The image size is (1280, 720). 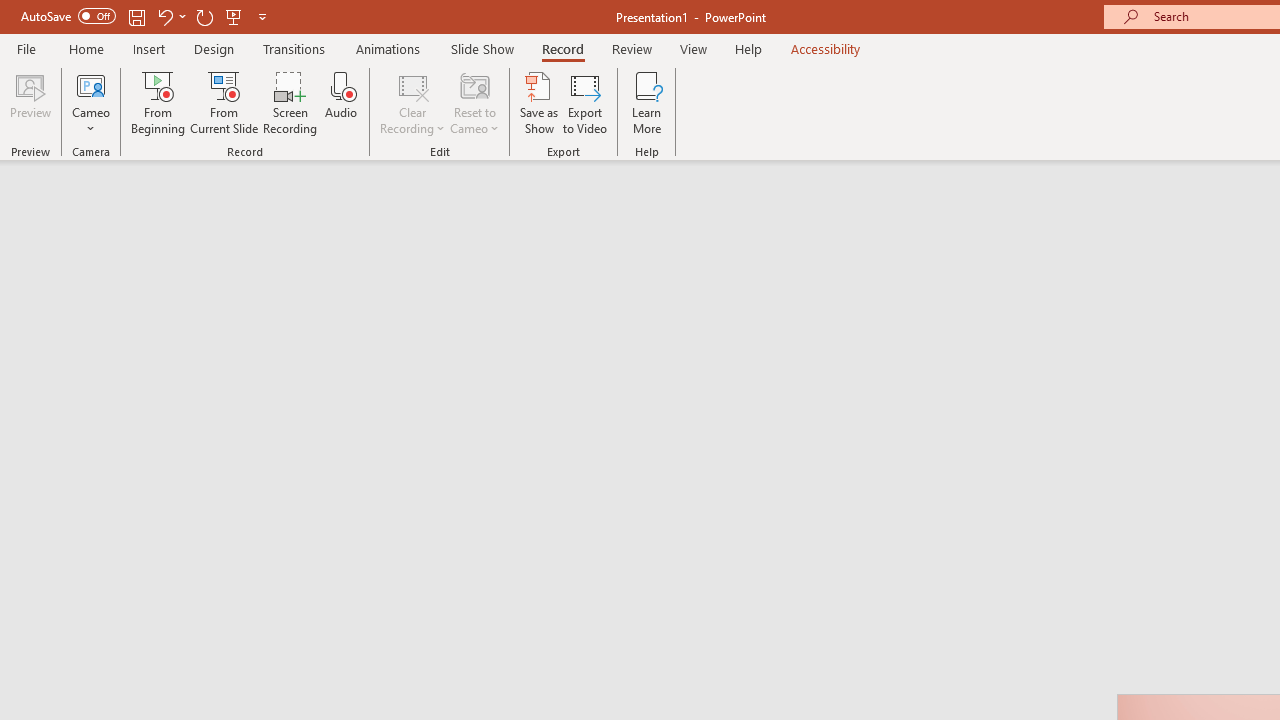 I want to click on 'Clear Recording', so click(x=411, y=103).